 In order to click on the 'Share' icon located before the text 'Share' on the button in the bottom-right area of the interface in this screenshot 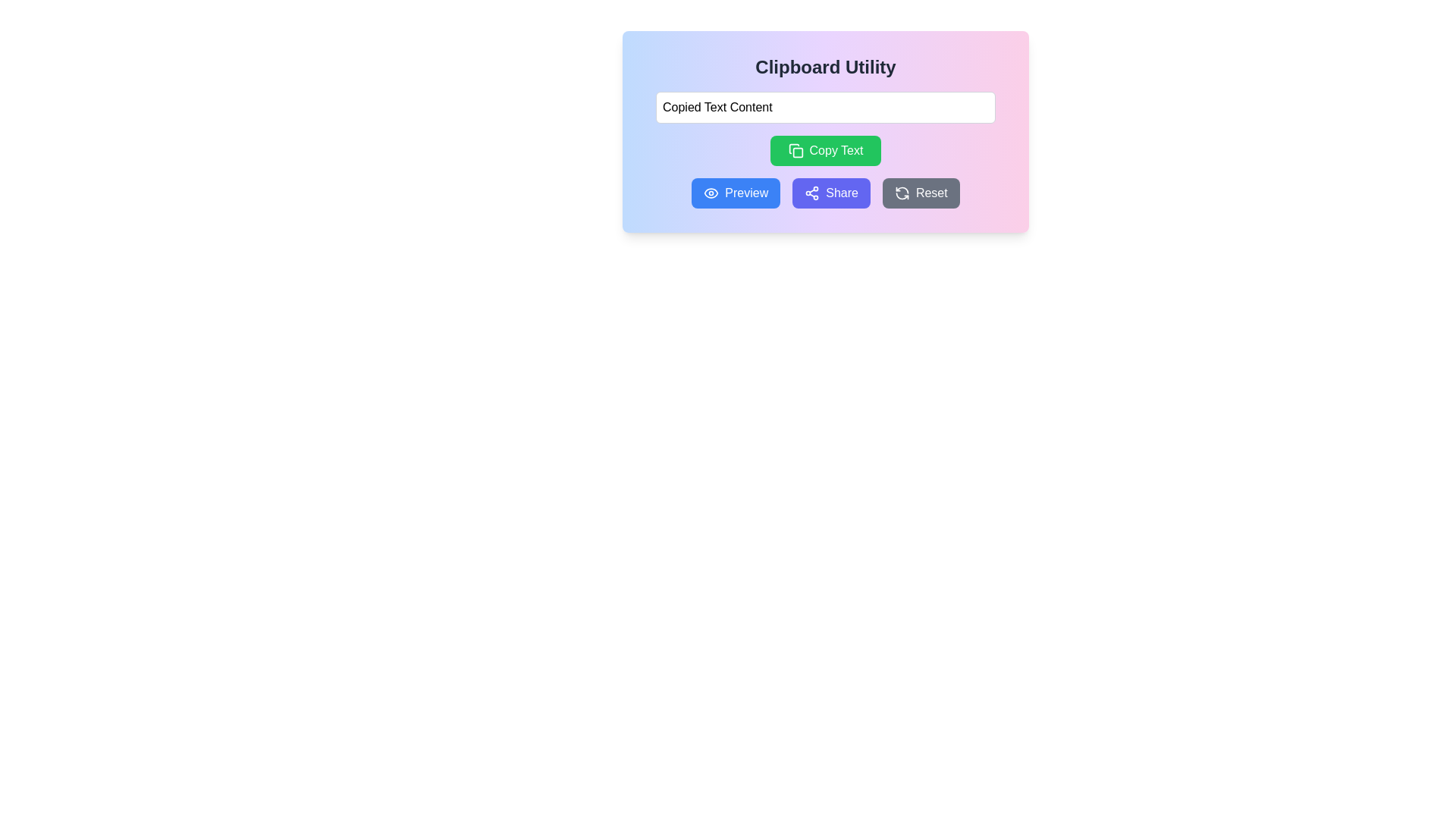, I will do `click(811, 192)`.